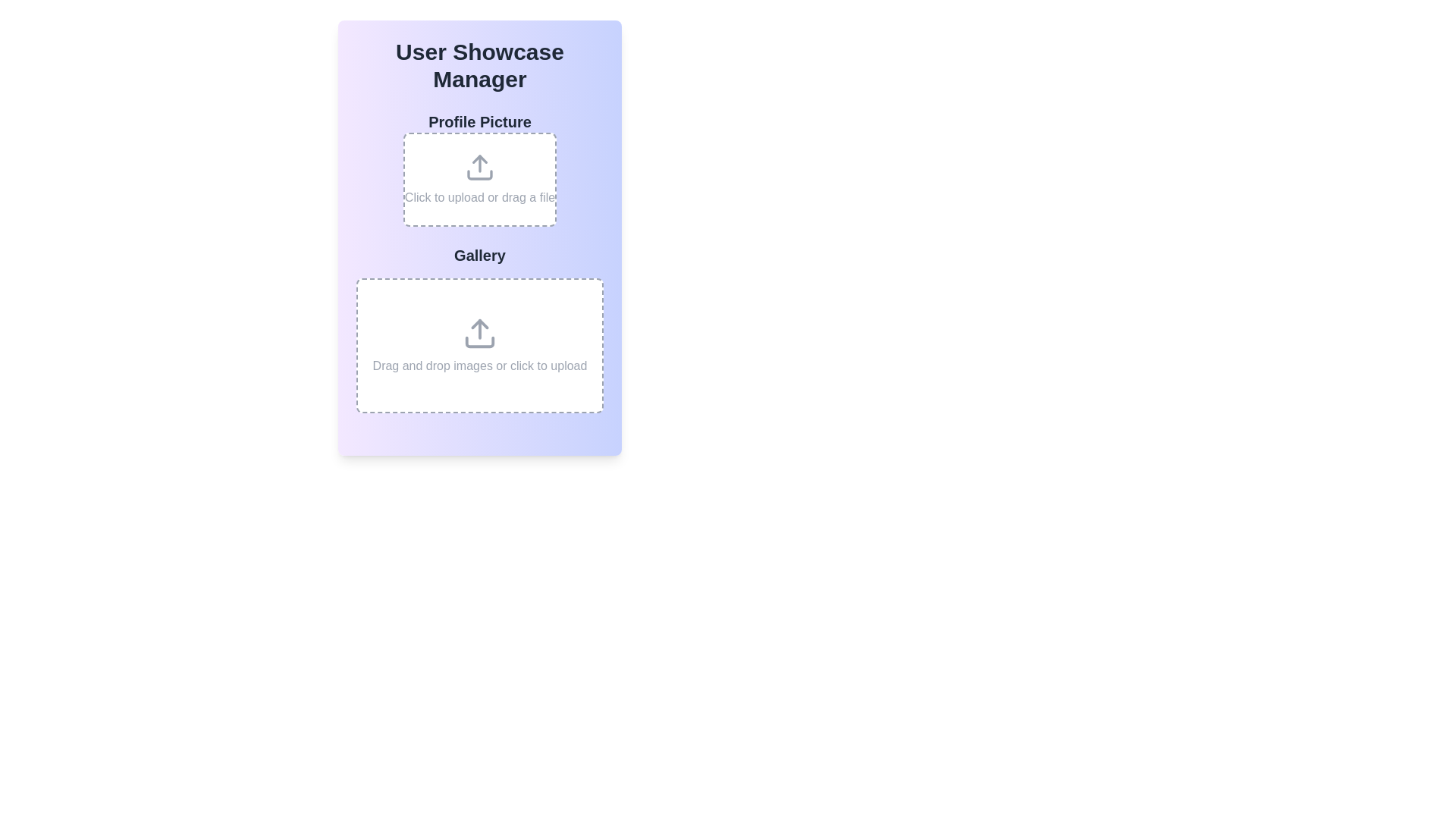 The image size is (1456, 819). I want to click on and drop files onto the upload icon located in the Gallery section, which is centered within the dashed box labeled 'Drag and drop images or click, so click(479, 332).